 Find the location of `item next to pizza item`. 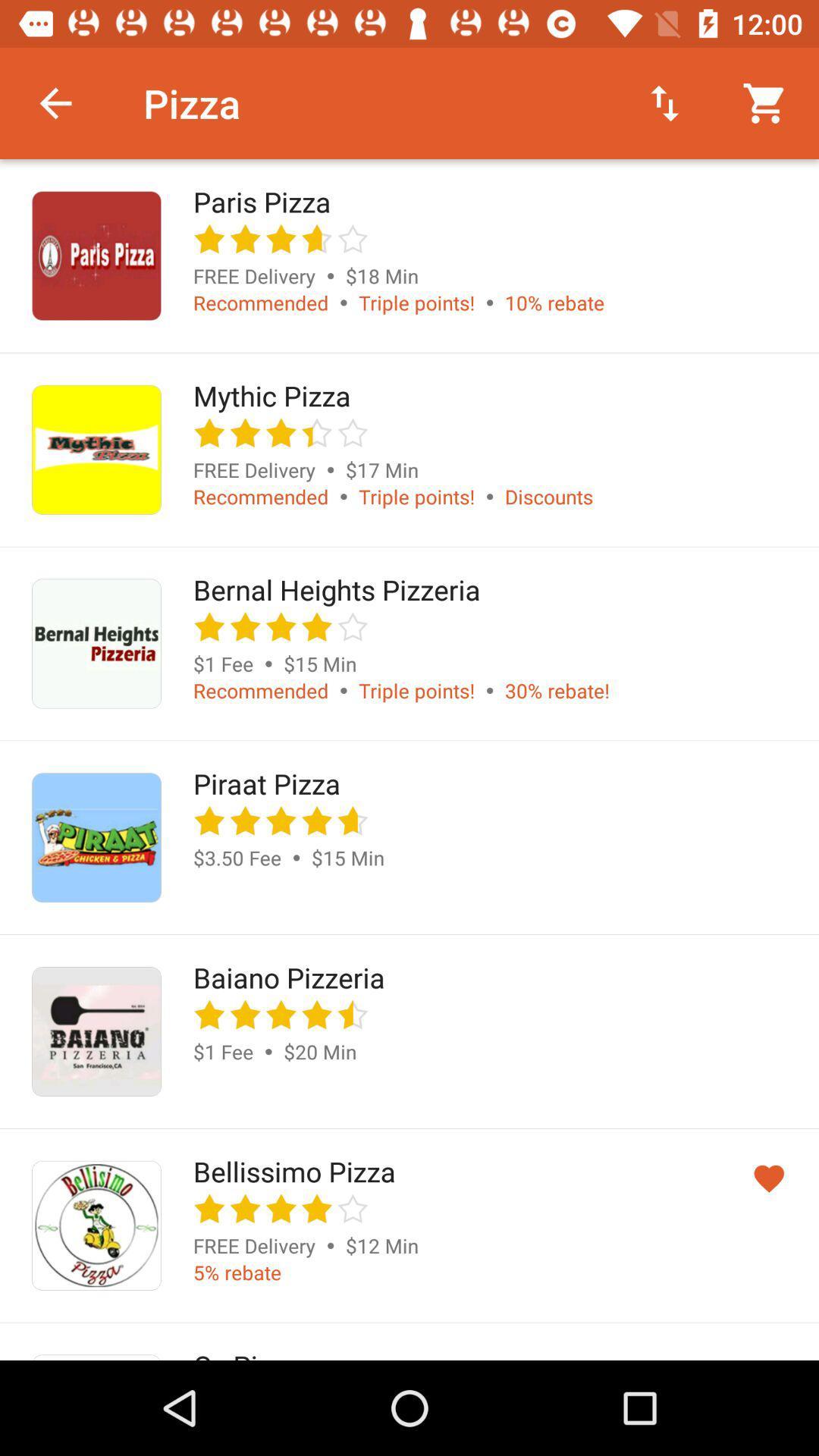

item next to pizza item is located at coordinates (664, 102).